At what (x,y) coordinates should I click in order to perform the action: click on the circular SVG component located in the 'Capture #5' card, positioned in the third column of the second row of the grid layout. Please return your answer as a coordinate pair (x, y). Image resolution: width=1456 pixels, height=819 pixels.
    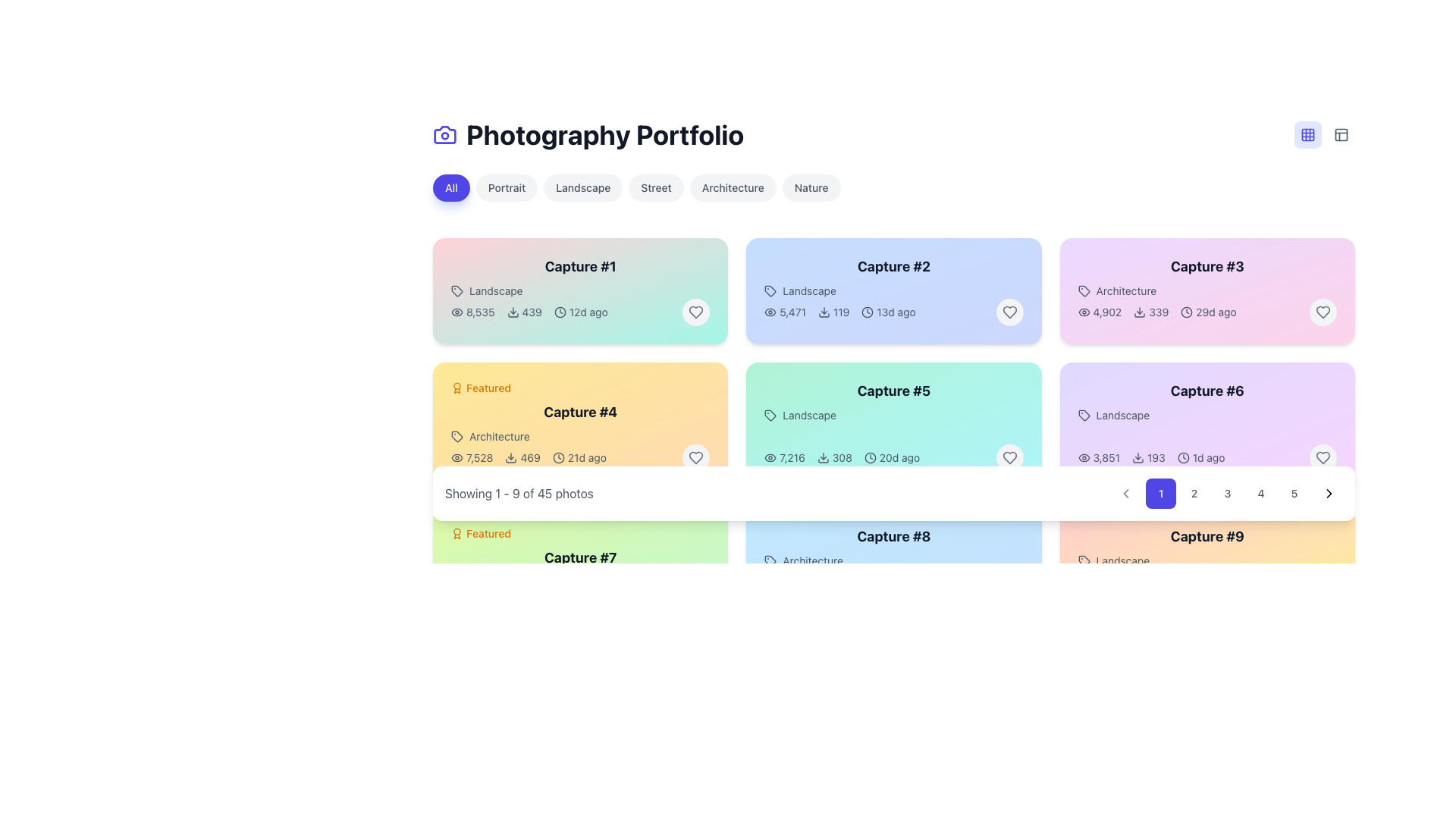
    Looking at the image, I should click on (870, 457).